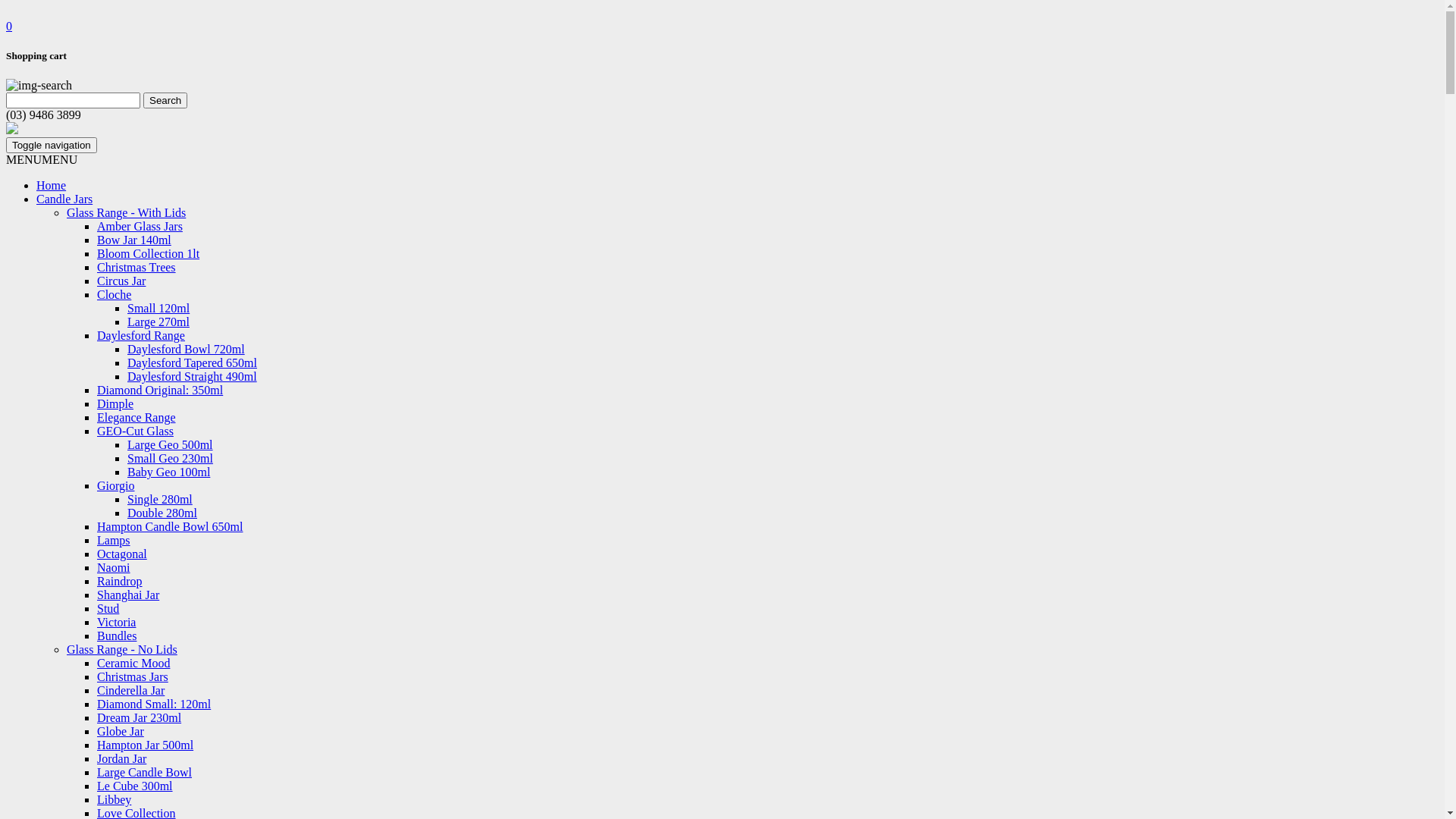 This screenshot has height=819, width=1456. Describe the element at coordinates (170, 457) in the screenshot. I see `'Small Geo 230ml'` at that location.